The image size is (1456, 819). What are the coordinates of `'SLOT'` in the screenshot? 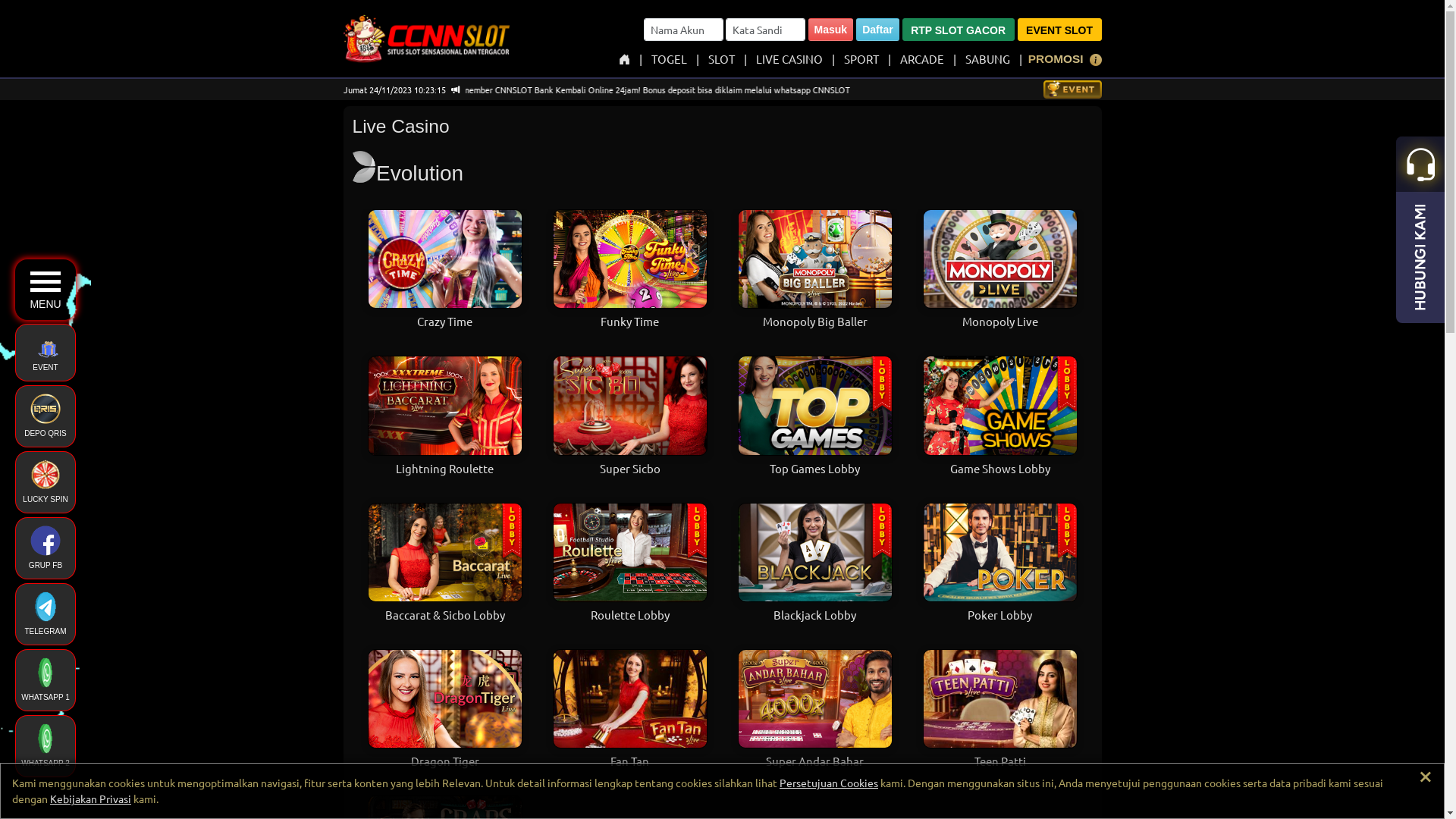 It's located at (720, 58).